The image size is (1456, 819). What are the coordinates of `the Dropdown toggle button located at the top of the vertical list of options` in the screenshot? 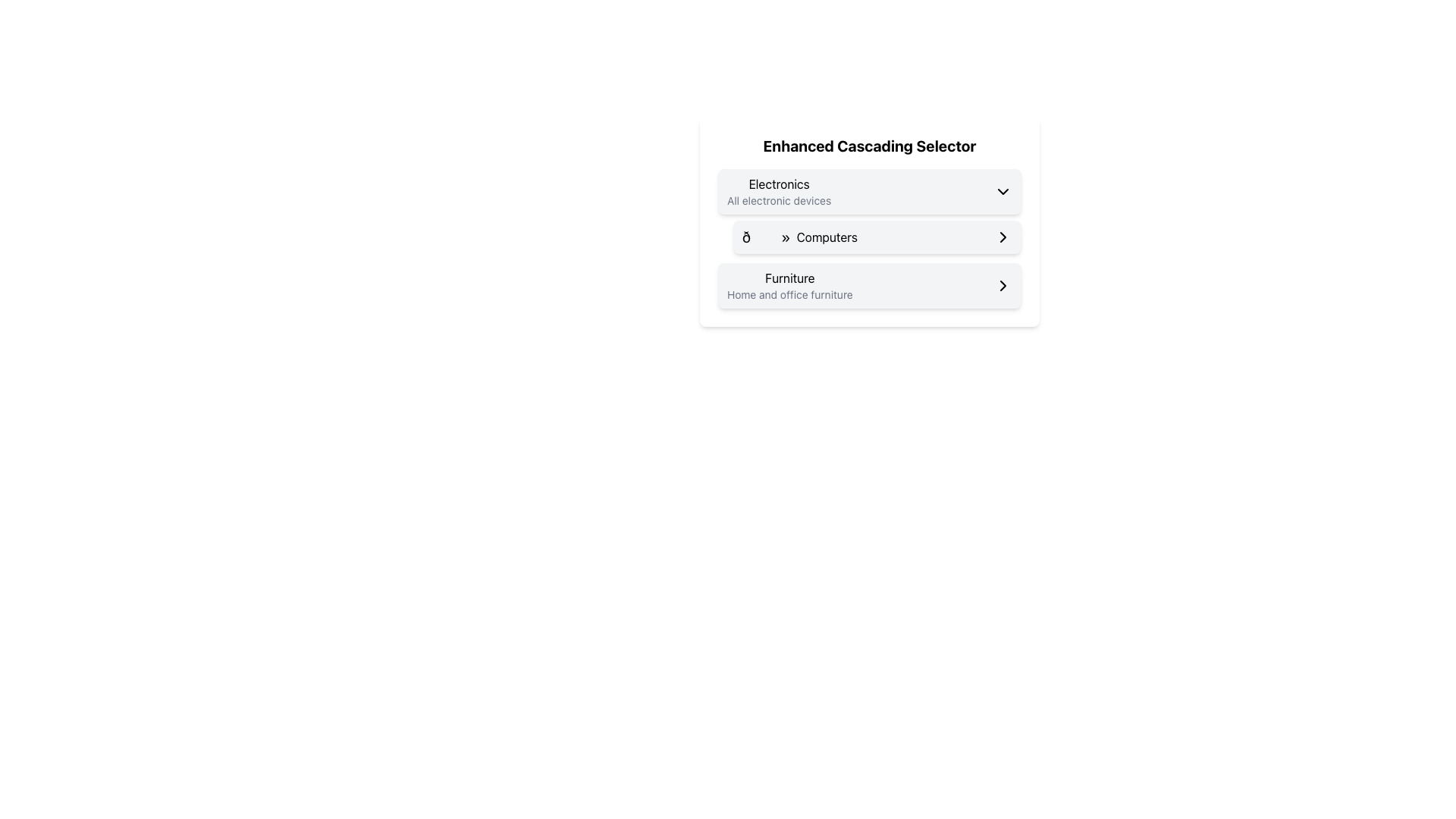 It's located at (870, 191).